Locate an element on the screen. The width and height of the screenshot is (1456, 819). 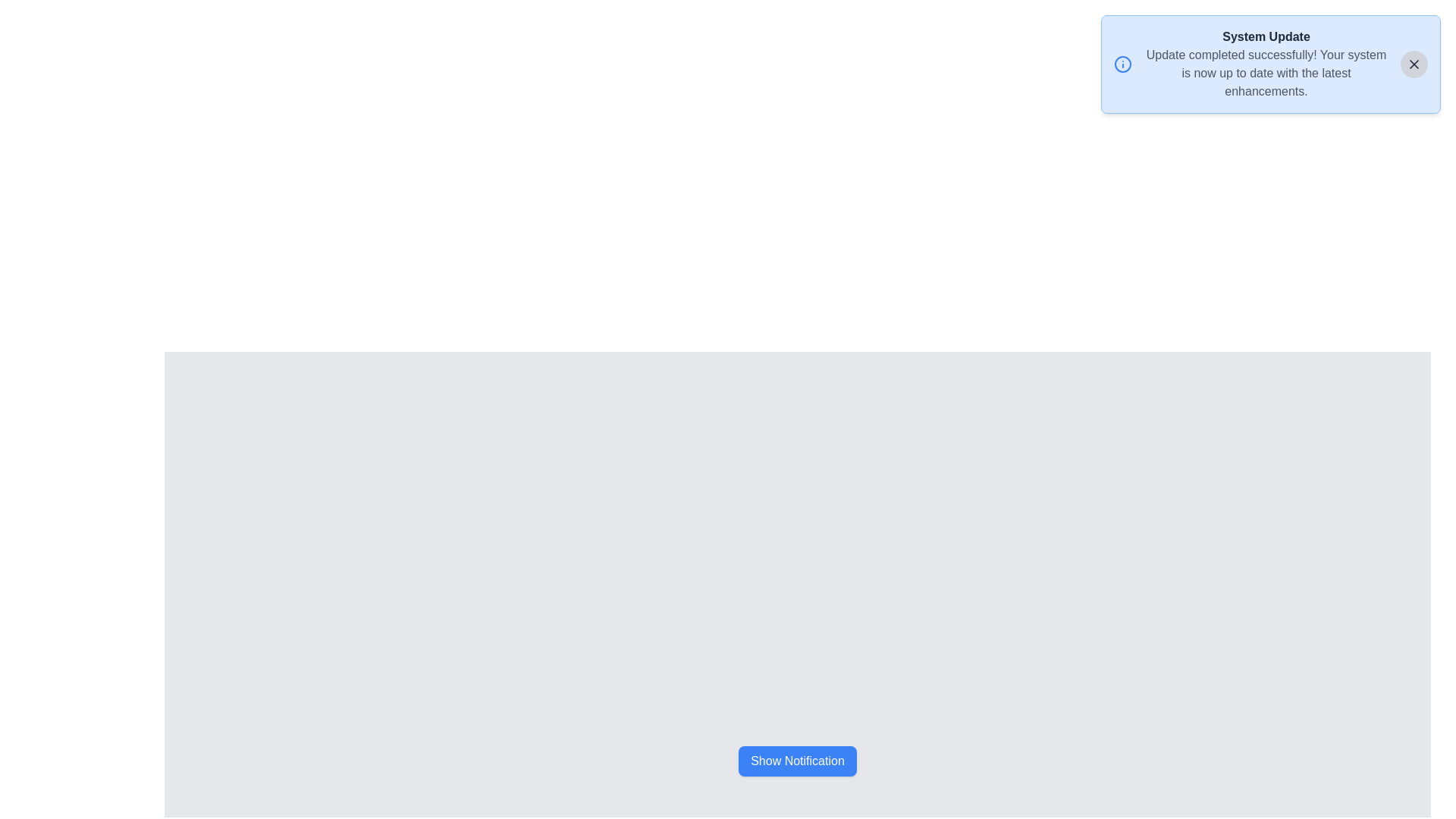
the 'Show Notification' button to display the notification is located at coordinates (796, 761).